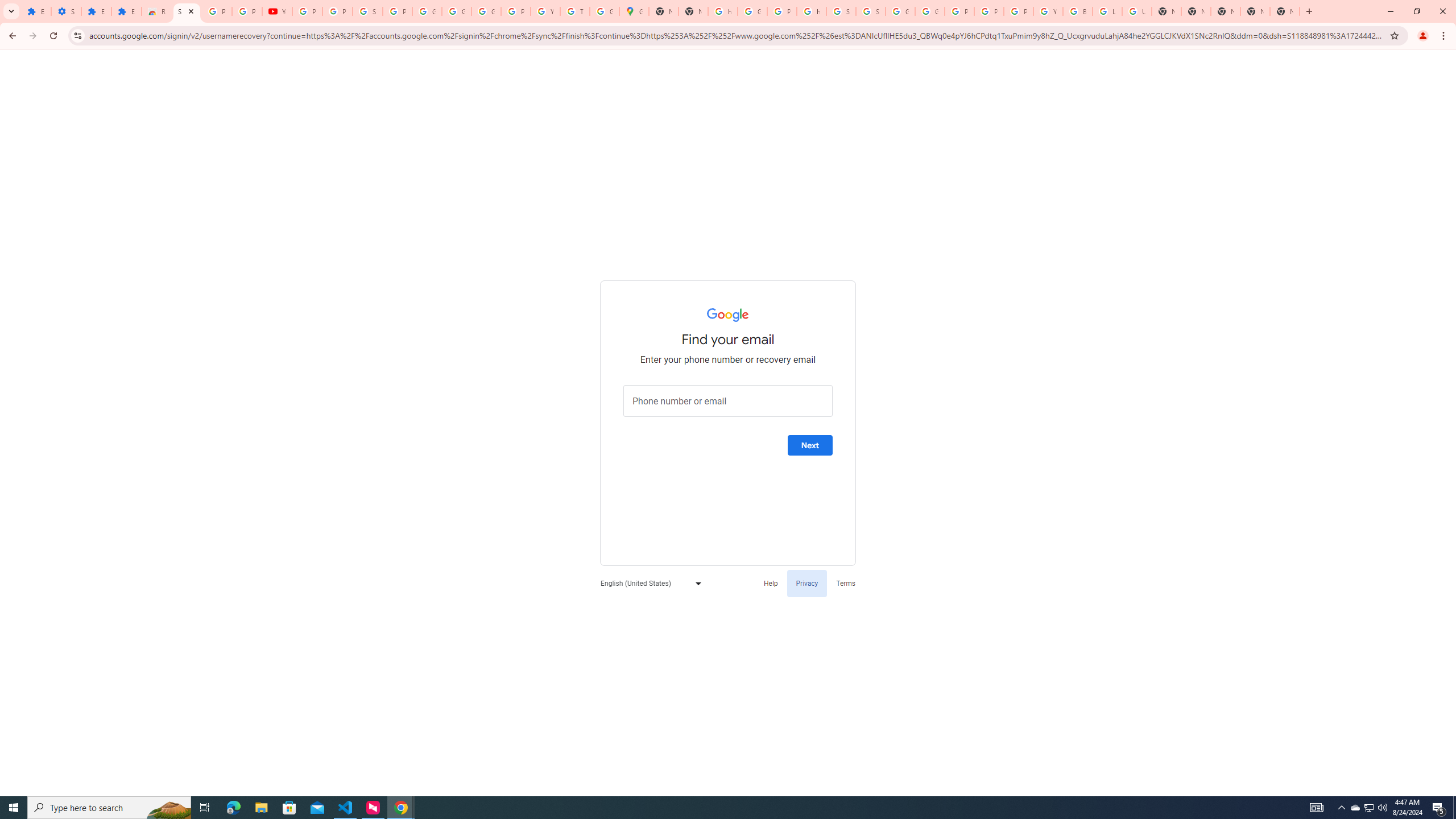 The height and width of the screenshot is (819, 1456). I want to click on 'Next', so click(809, 445).